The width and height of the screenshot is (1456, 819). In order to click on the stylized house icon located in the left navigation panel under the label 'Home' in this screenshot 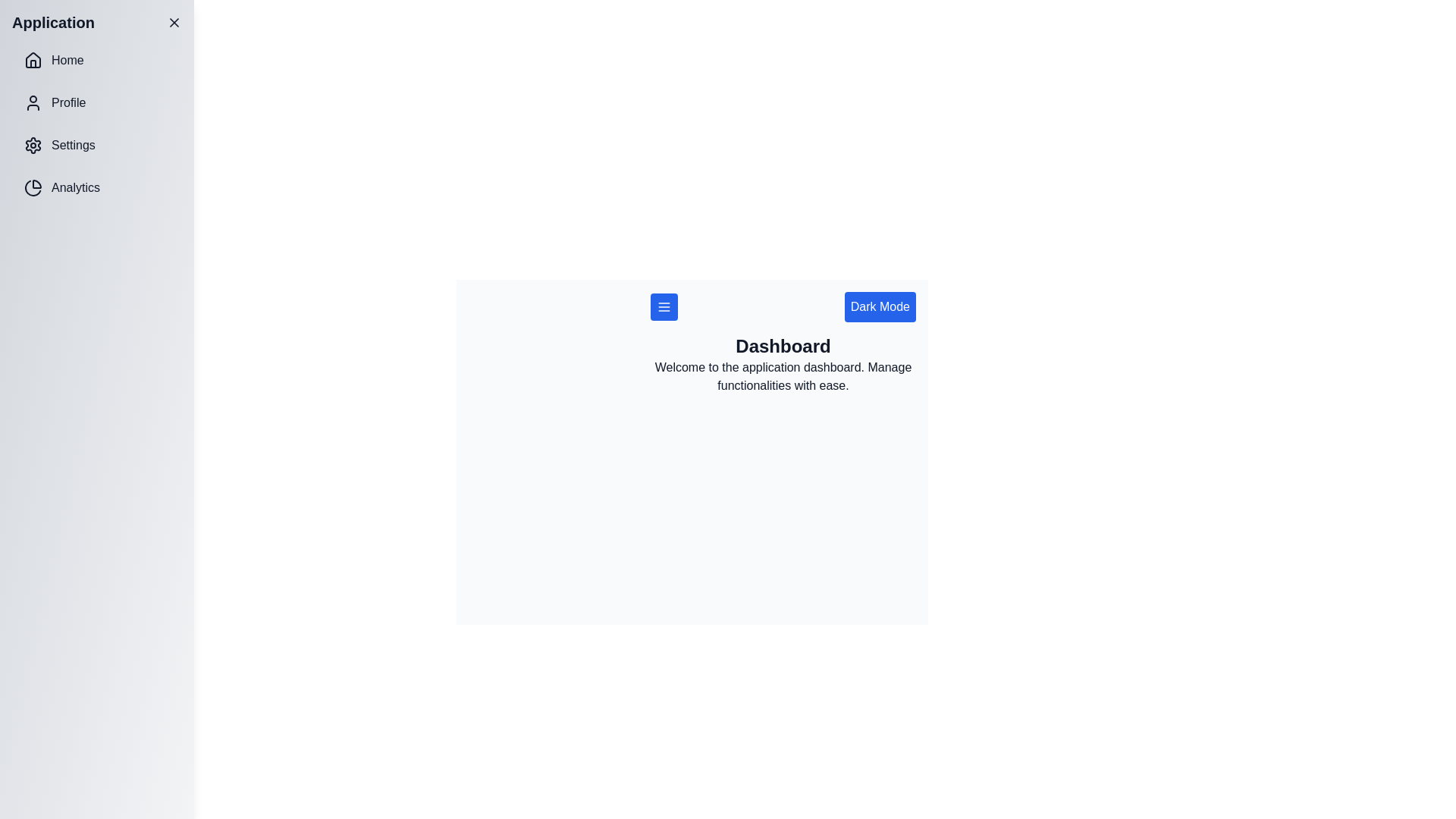, I will do `click(33, 58)`.